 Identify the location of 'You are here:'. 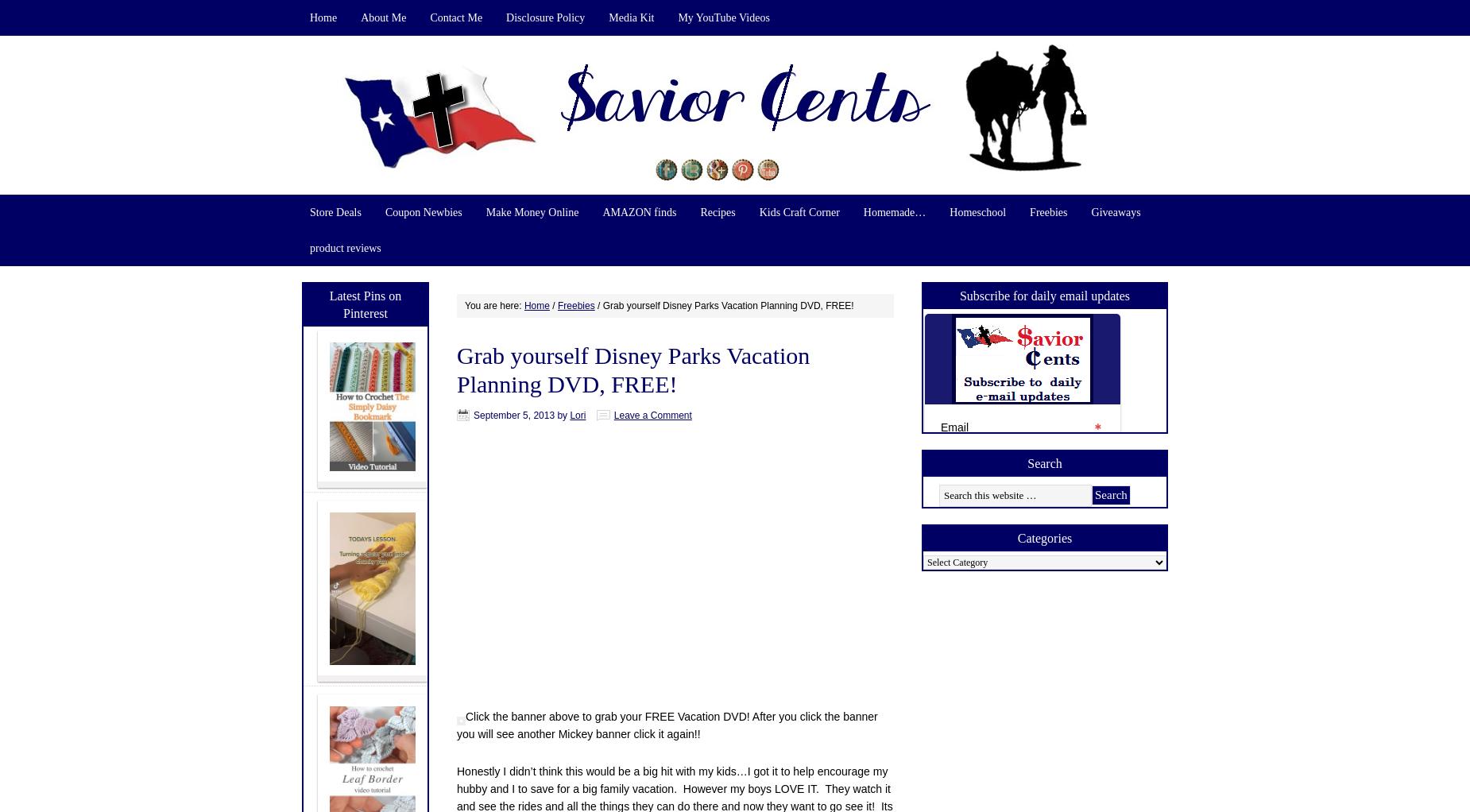
(464, 304).